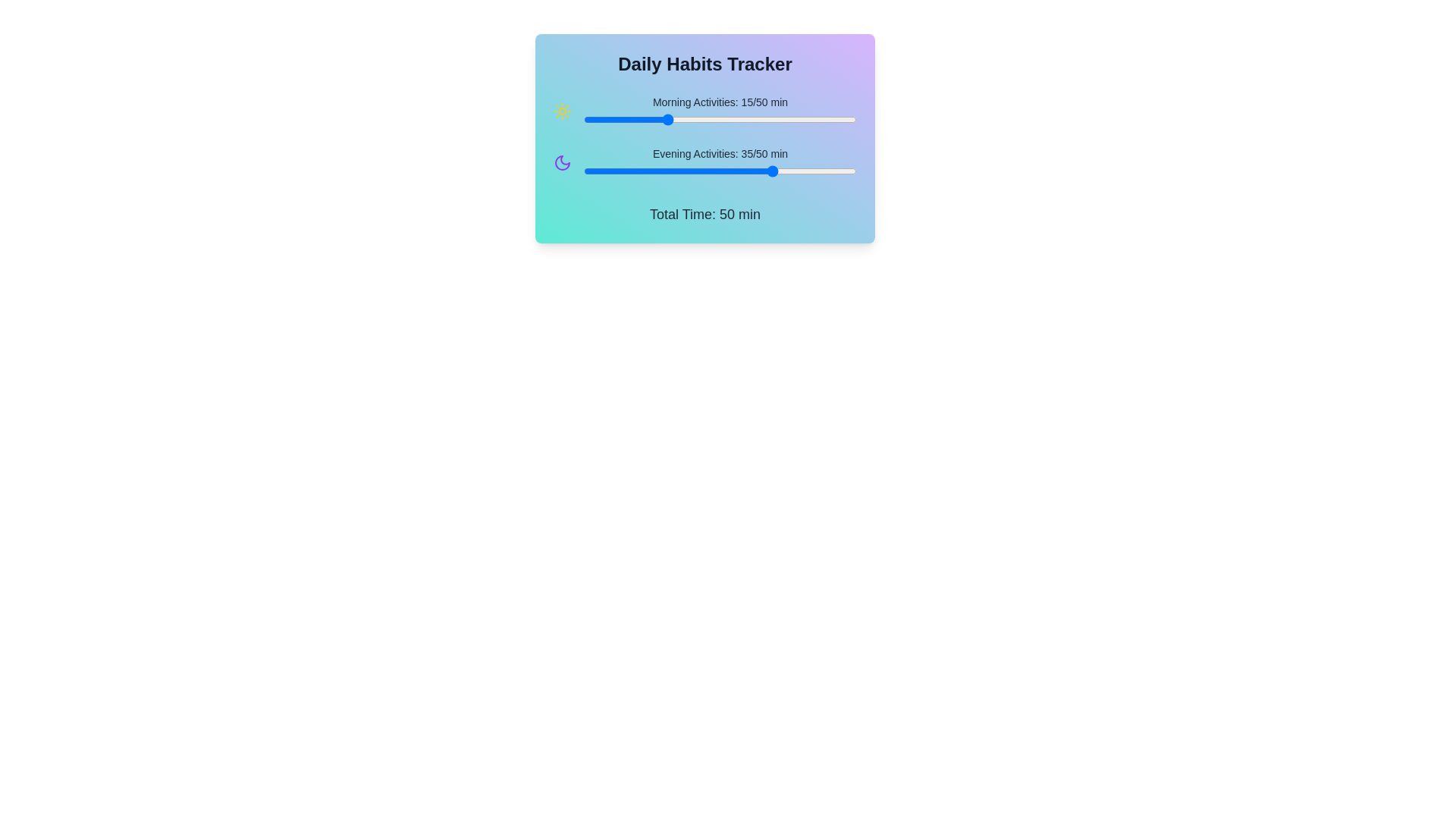 This screenshot has width=1456, height=819. I want to click on the text label that indicates the total time spent on tracked activities, located at the bottom of the 'Daily Habits Tracker' card, so click(704, 214).